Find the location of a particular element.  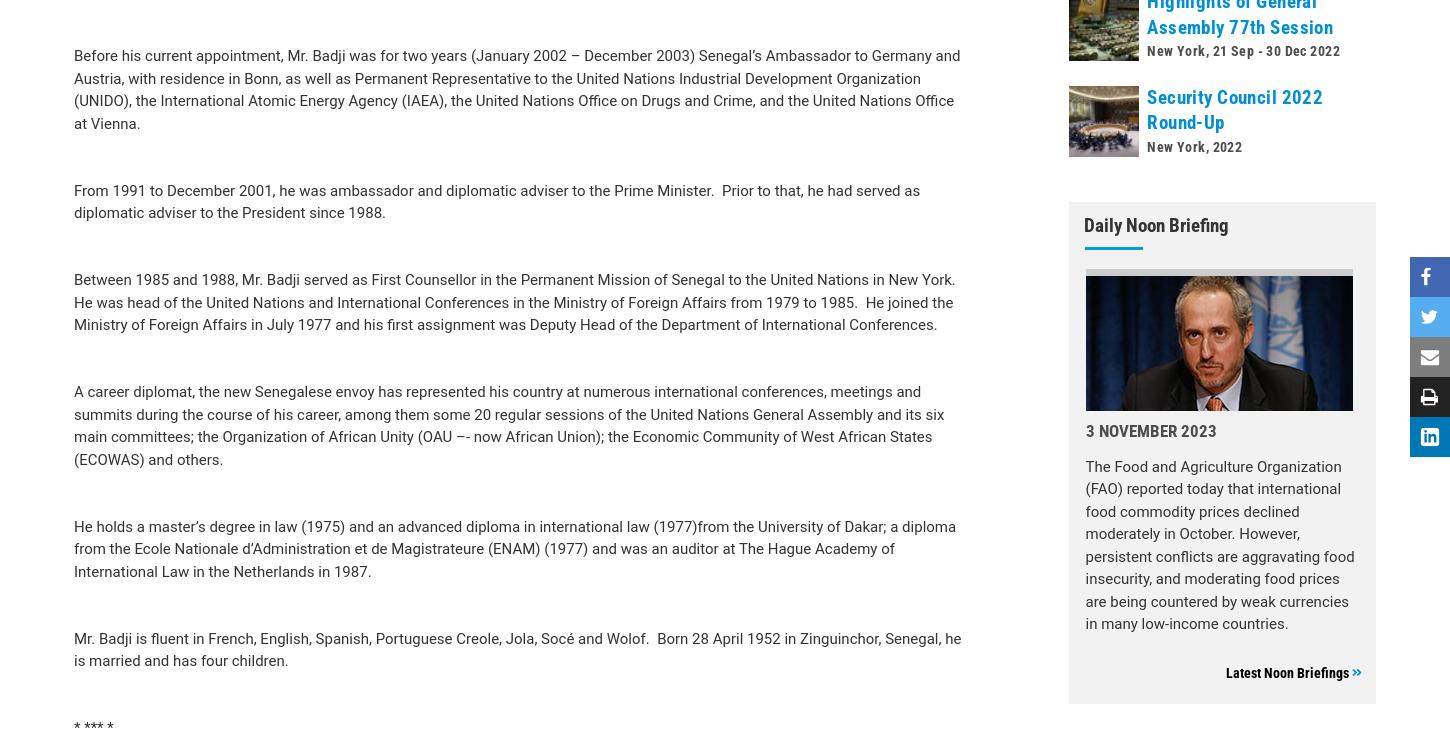

'* *** *' is located at coordinates (73, 538).